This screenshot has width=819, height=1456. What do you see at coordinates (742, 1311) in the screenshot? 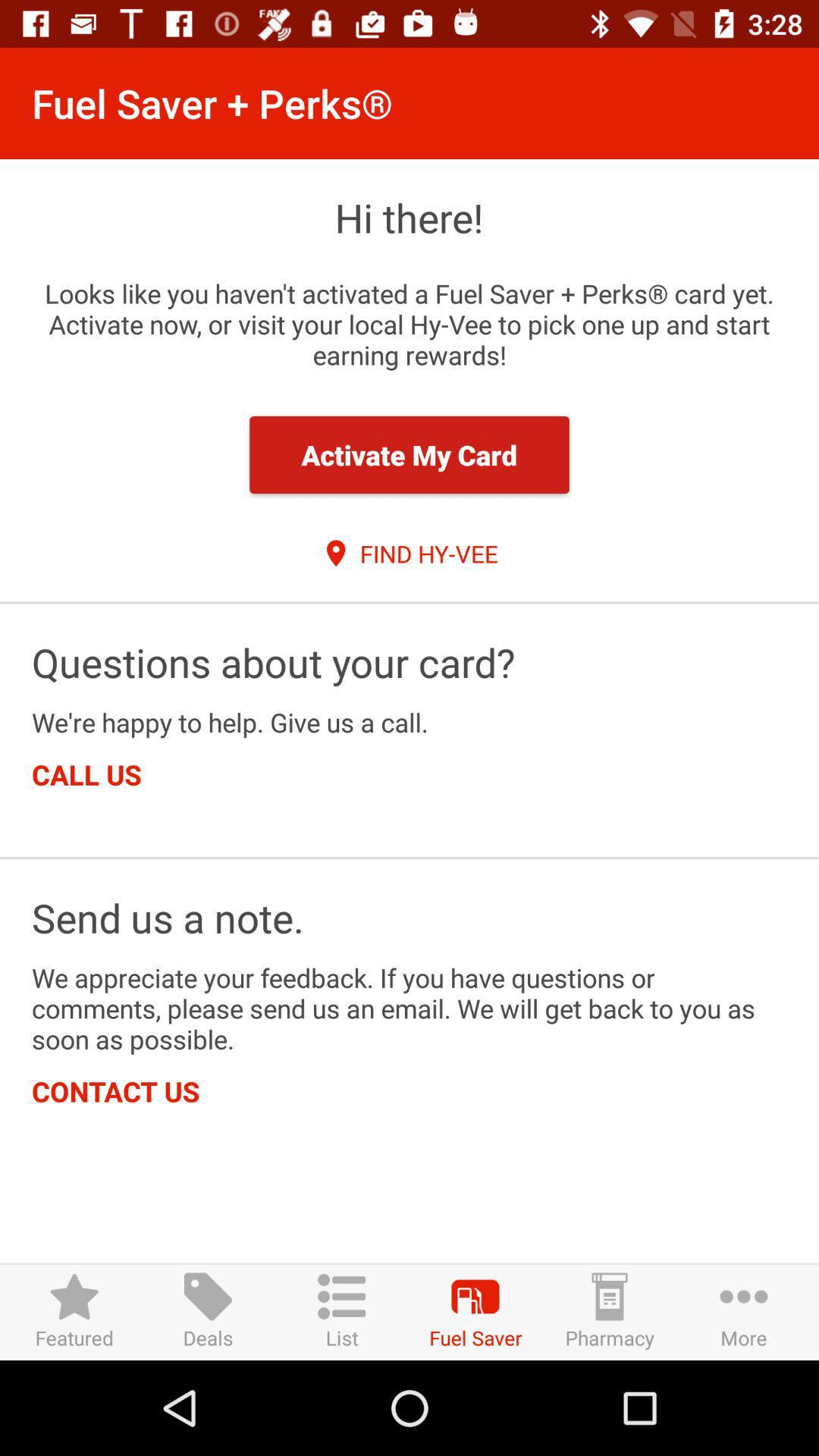
I see `item to the right of the pharmacy item` at bounding box center [742, 1311].